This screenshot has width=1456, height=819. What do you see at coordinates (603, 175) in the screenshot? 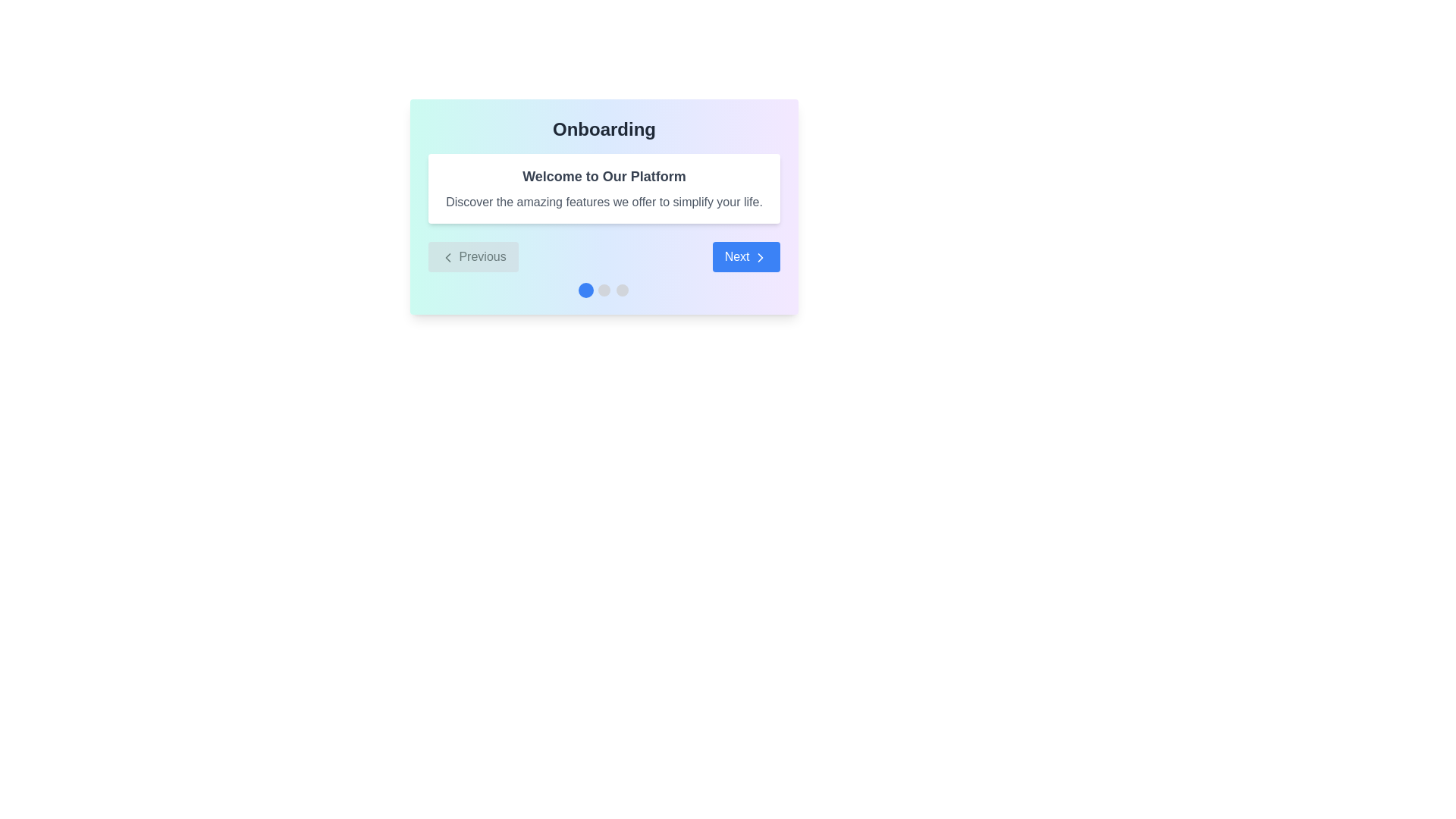
I see `the text element displaying 'Welcome to Our Platform', which is styled with a larger, bold font in dark gray and positioned within a white rounded rectangle box` at bounding box center [603, 175].